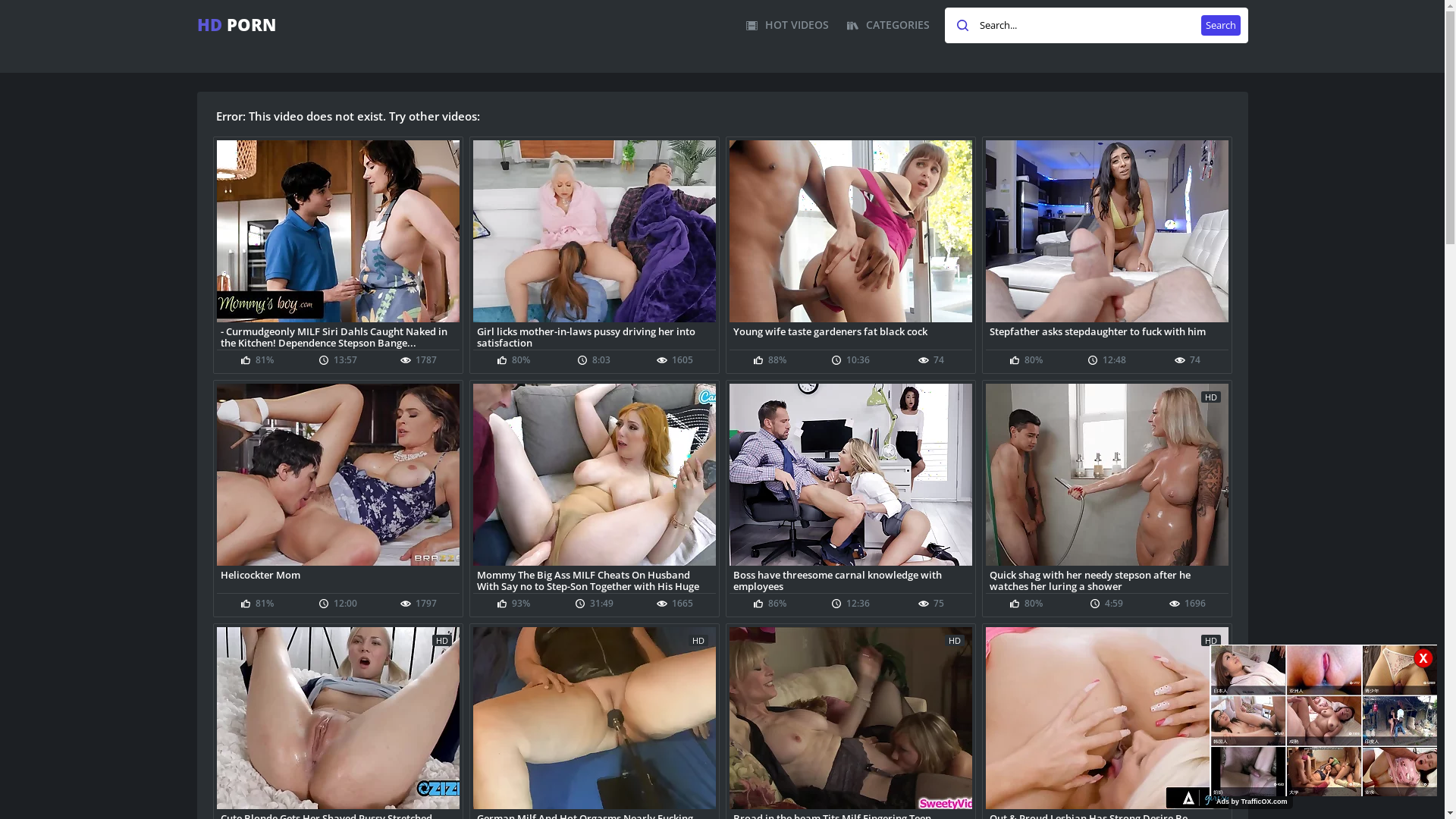 The image size is (1456, 819). What do you see at coordinates (1200, 25) in the screenshot?
I see `'Search'` at bounding box center [1200, 25].